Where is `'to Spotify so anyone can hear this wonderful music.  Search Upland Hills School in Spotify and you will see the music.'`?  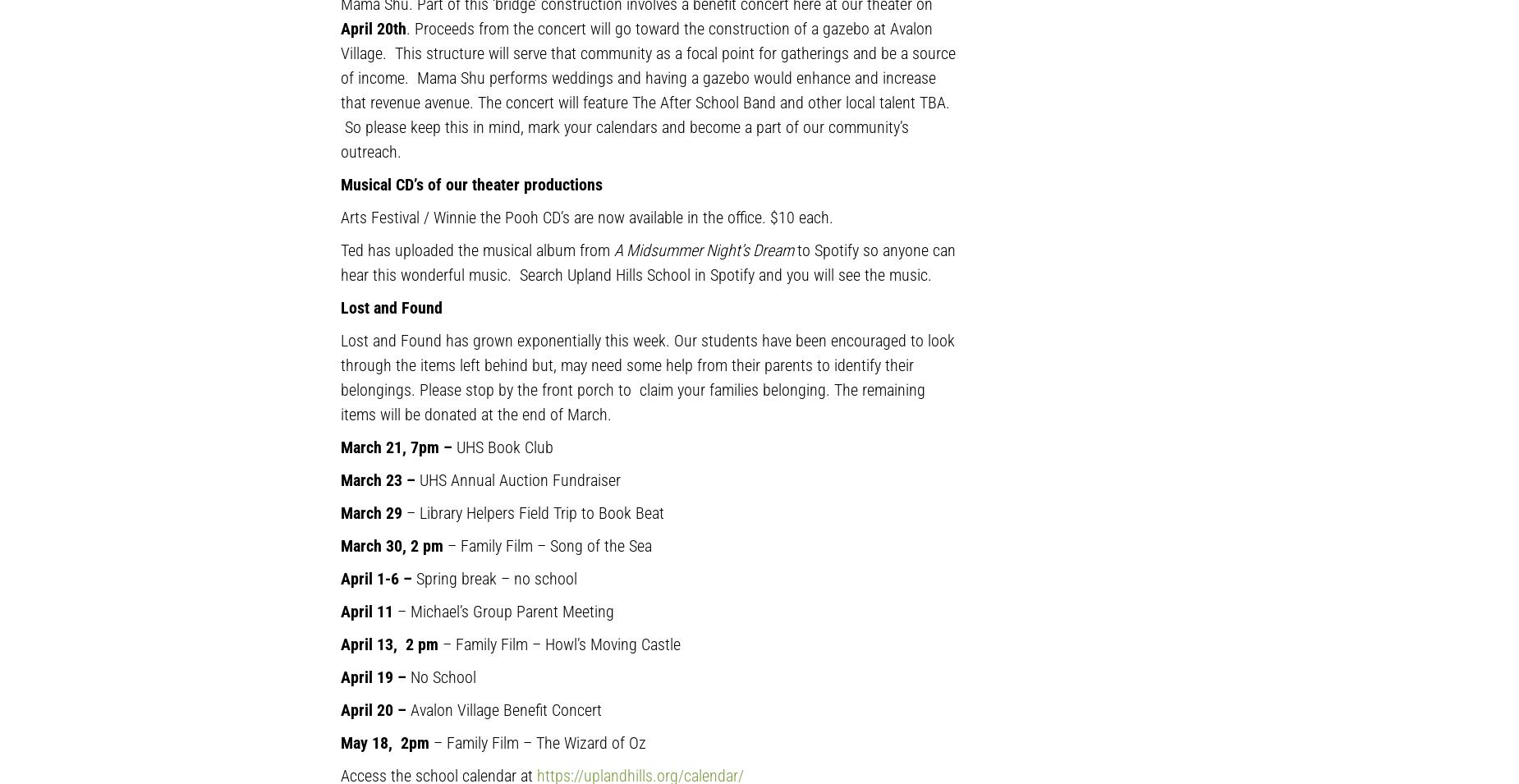 'to Spotify so anyone can hear this wonderful music.  Search Upland Hills School in Spotify and you will see the music.' is located at coordinates (648, 261).